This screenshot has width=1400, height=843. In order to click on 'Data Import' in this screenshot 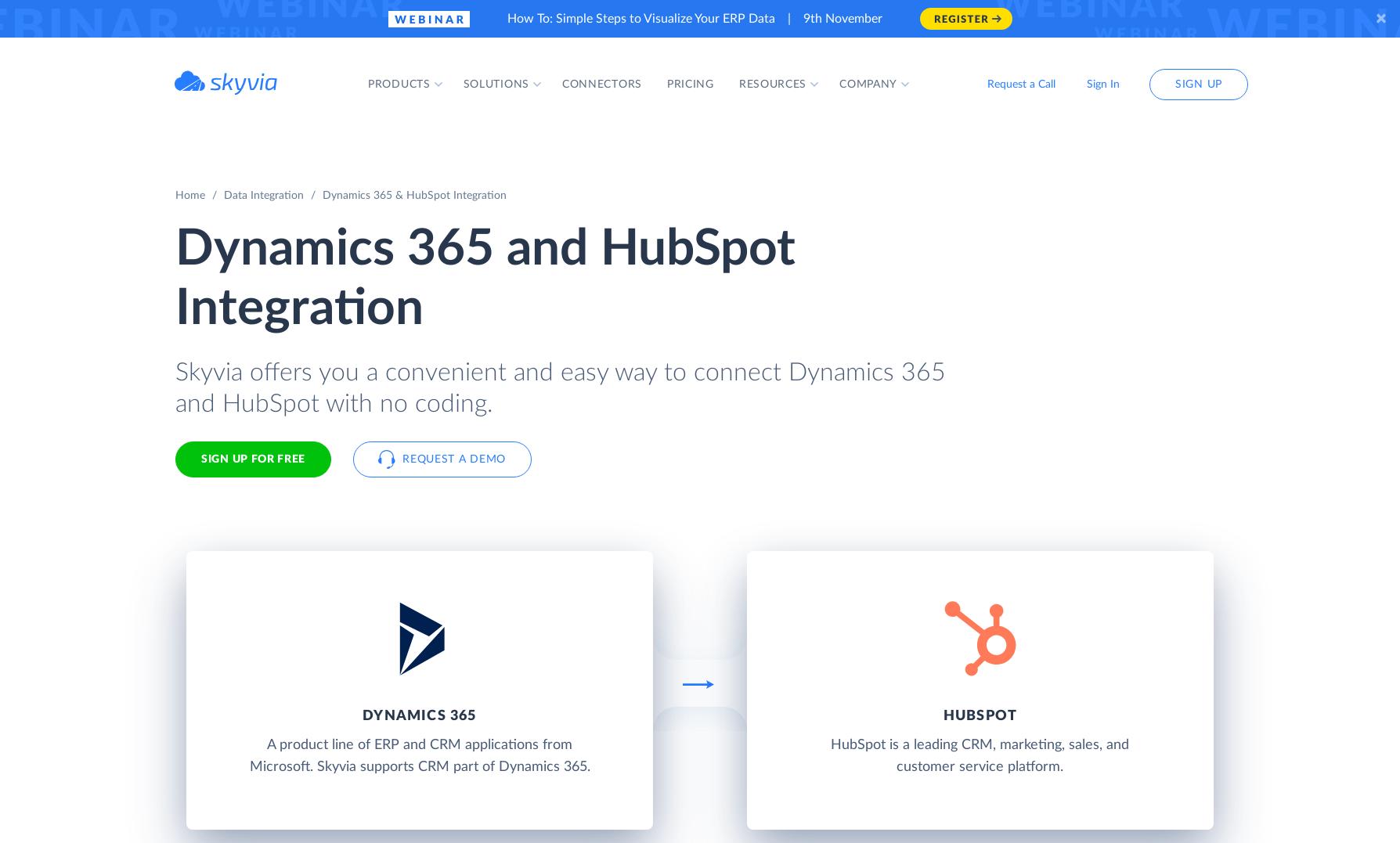, I will do `click(610, 215)`.